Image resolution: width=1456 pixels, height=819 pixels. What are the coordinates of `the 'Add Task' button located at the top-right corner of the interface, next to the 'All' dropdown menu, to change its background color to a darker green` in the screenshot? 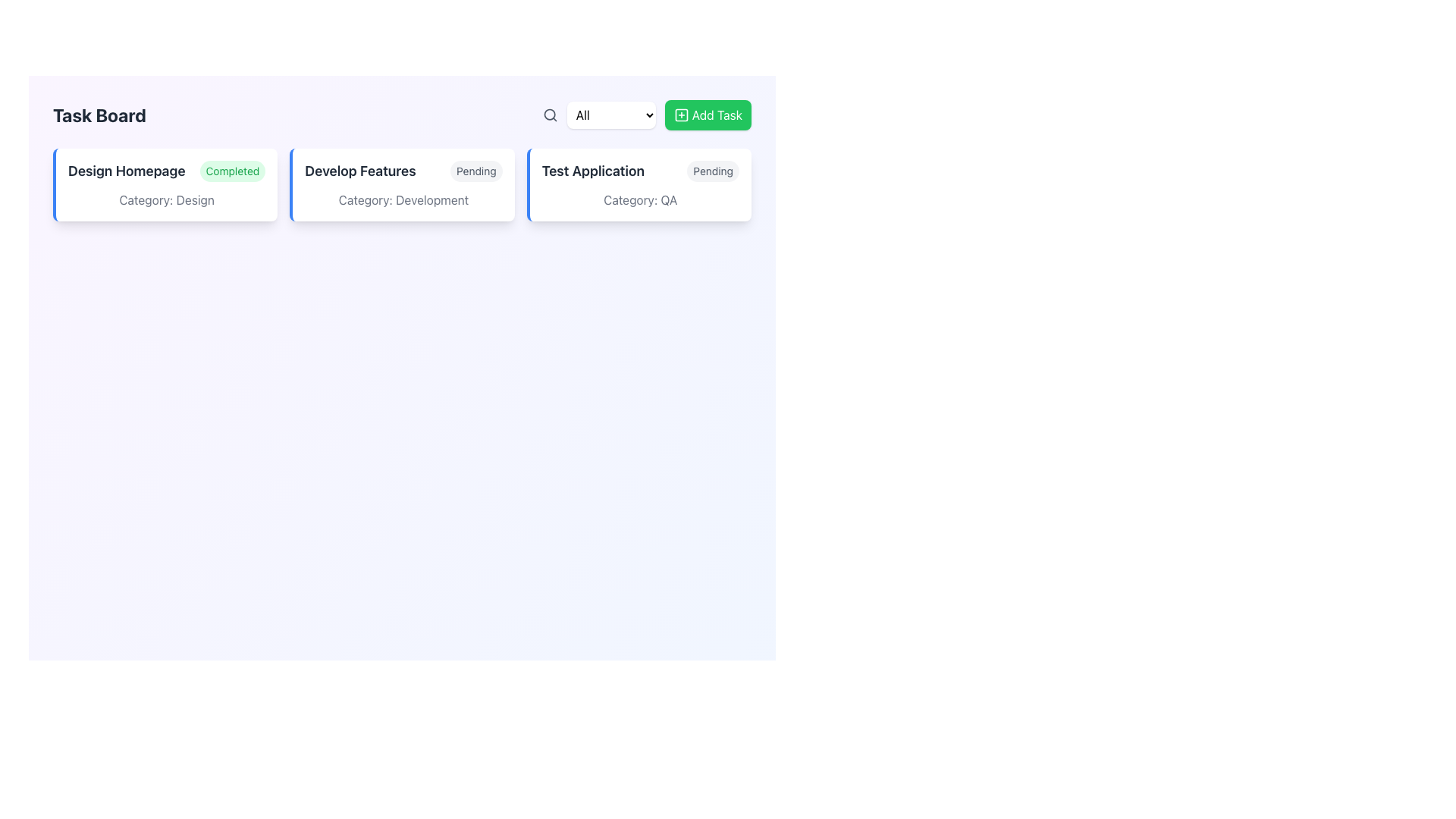 It's located at (707, 114).